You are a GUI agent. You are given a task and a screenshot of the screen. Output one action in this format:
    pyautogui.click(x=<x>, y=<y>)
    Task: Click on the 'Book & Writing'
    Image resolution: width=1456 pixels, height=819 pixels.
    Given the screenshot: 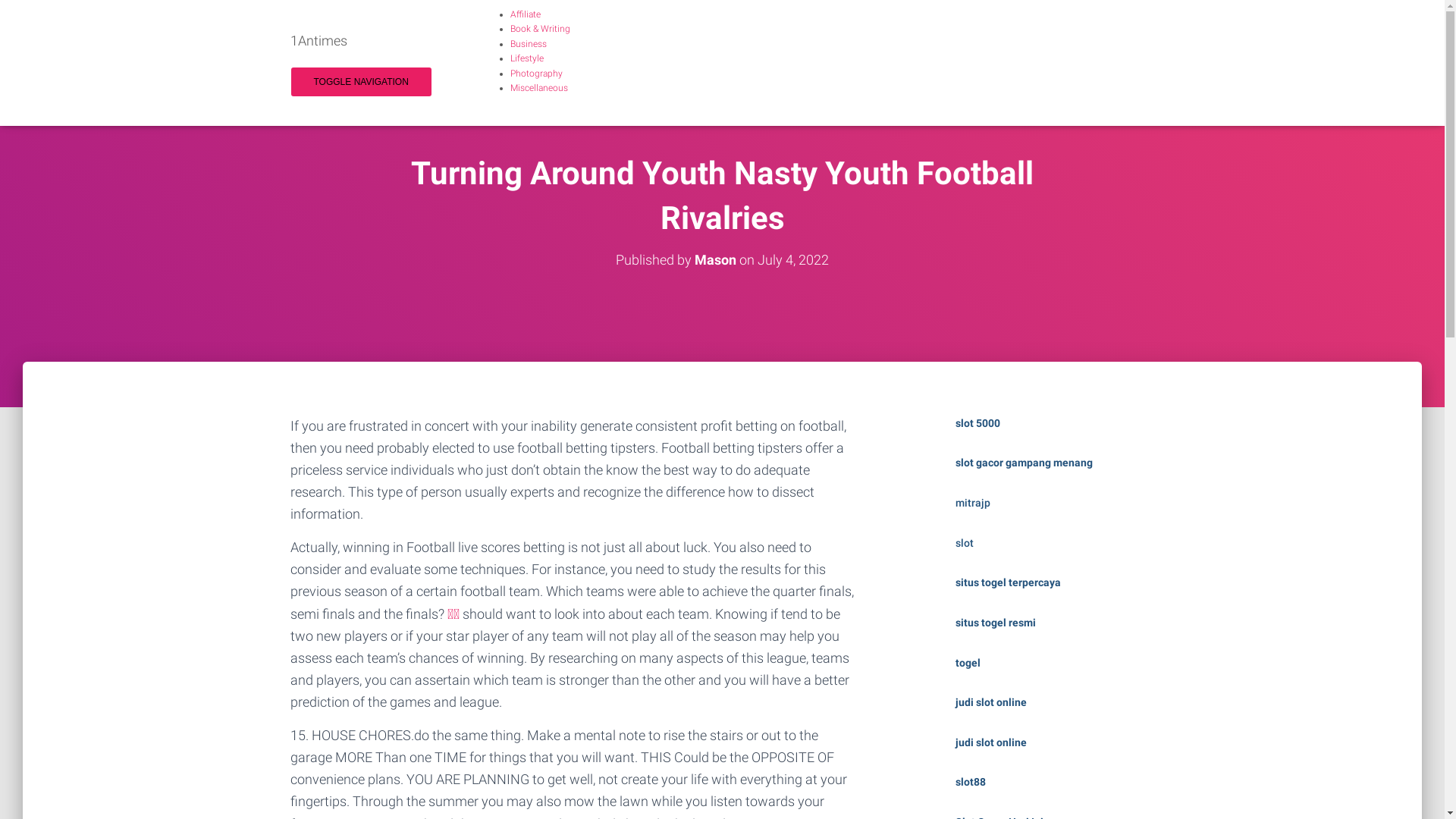 What is the action you would take?
    pyautogui.click(x=510, y=29)
    